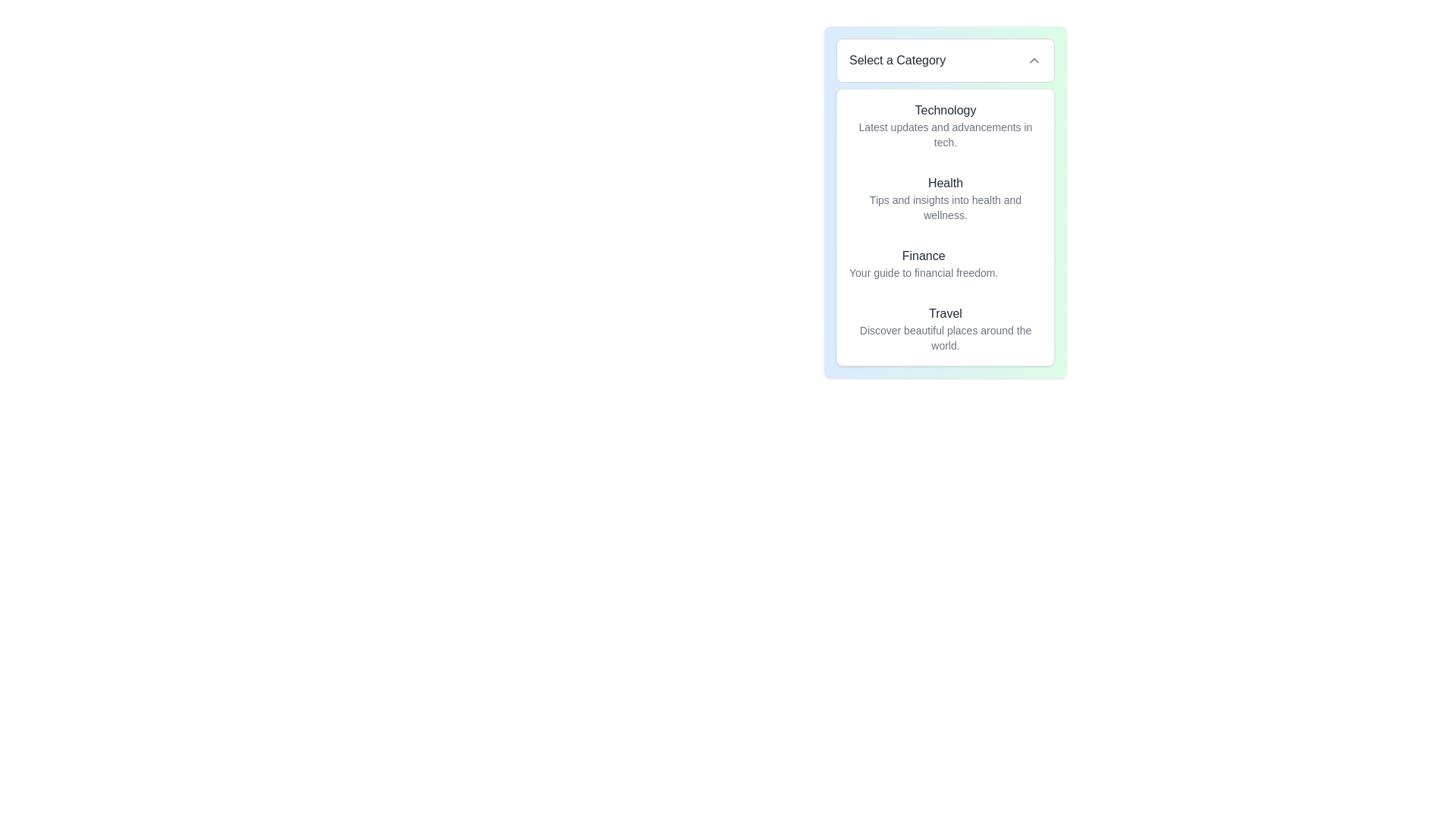 Image resolution: width=1456 pixels, height=819 pixels. Describe the element at coordinates (945, 328) in the screenshot. I see `the last List item with descriptive text in the vertical list, which is located directly below the 'Finance' option and likely navigates to travel-related content` at that location.